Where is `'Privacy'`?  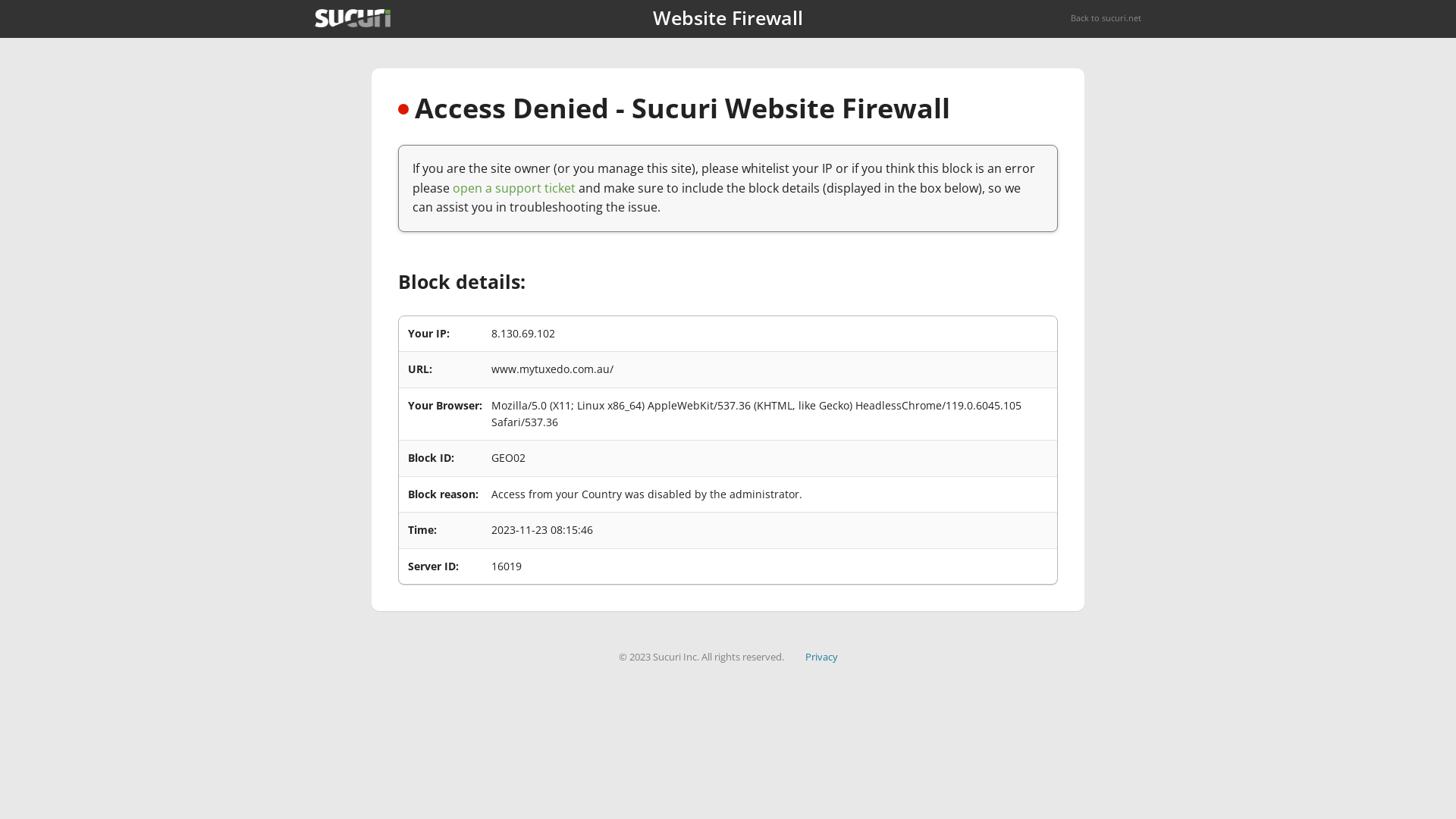
'Privacy' is located at coordinates (821, 656).